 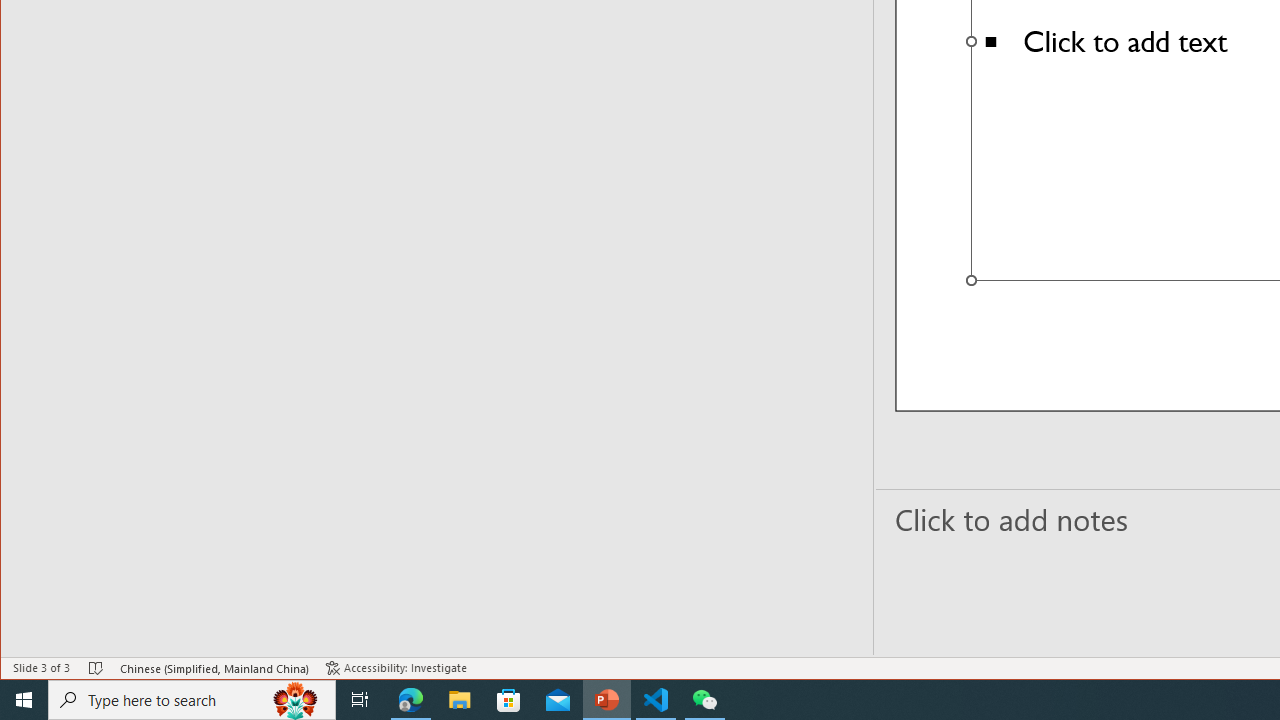 I want to click on 'Start', so click(x=24, y=698).